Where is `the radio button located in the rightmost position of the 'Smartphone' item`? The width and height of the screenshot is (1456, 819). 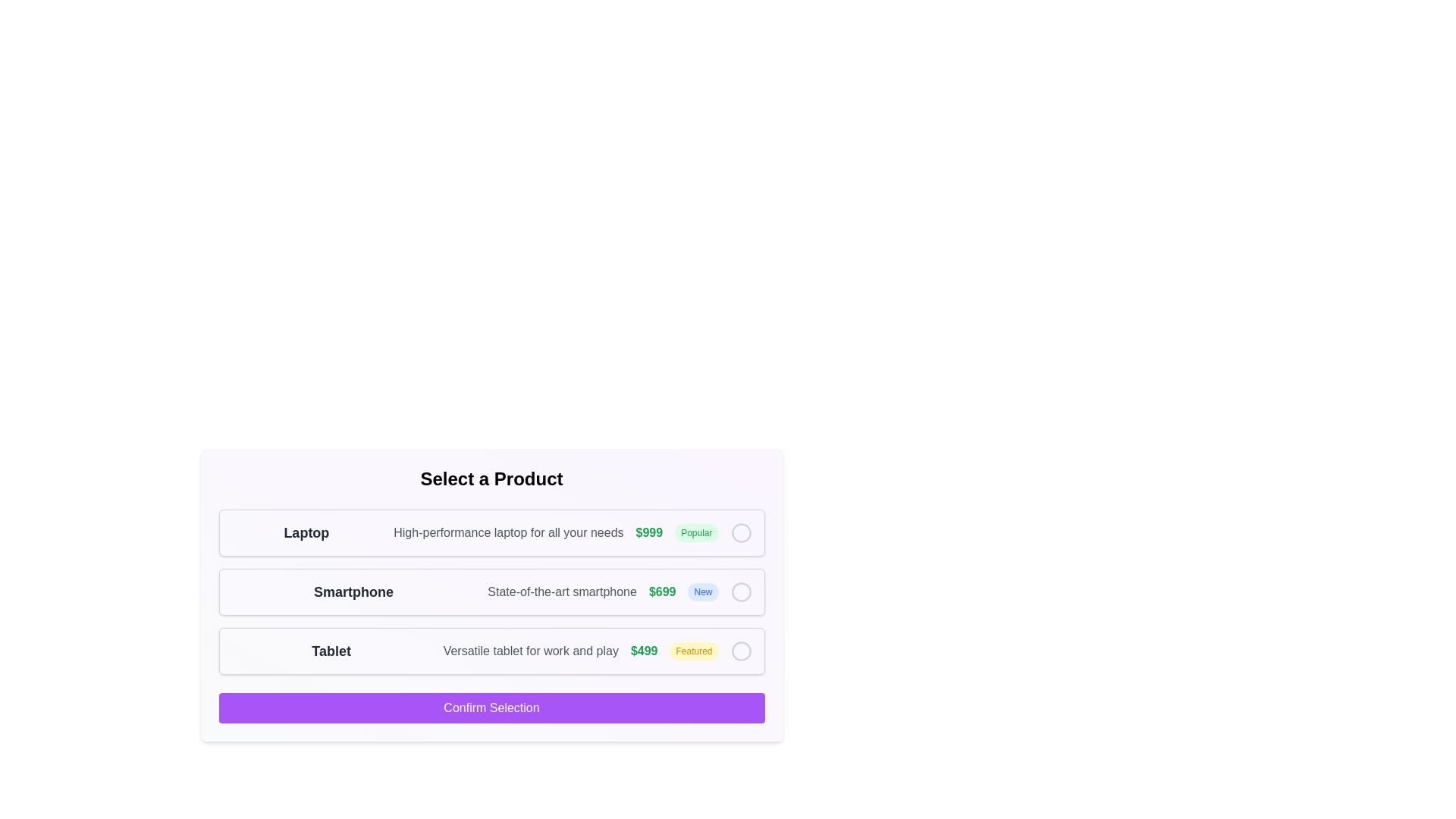 the radio button located in the rightmost position of the 'Smartphone' item is located at coordinates (741, 591).